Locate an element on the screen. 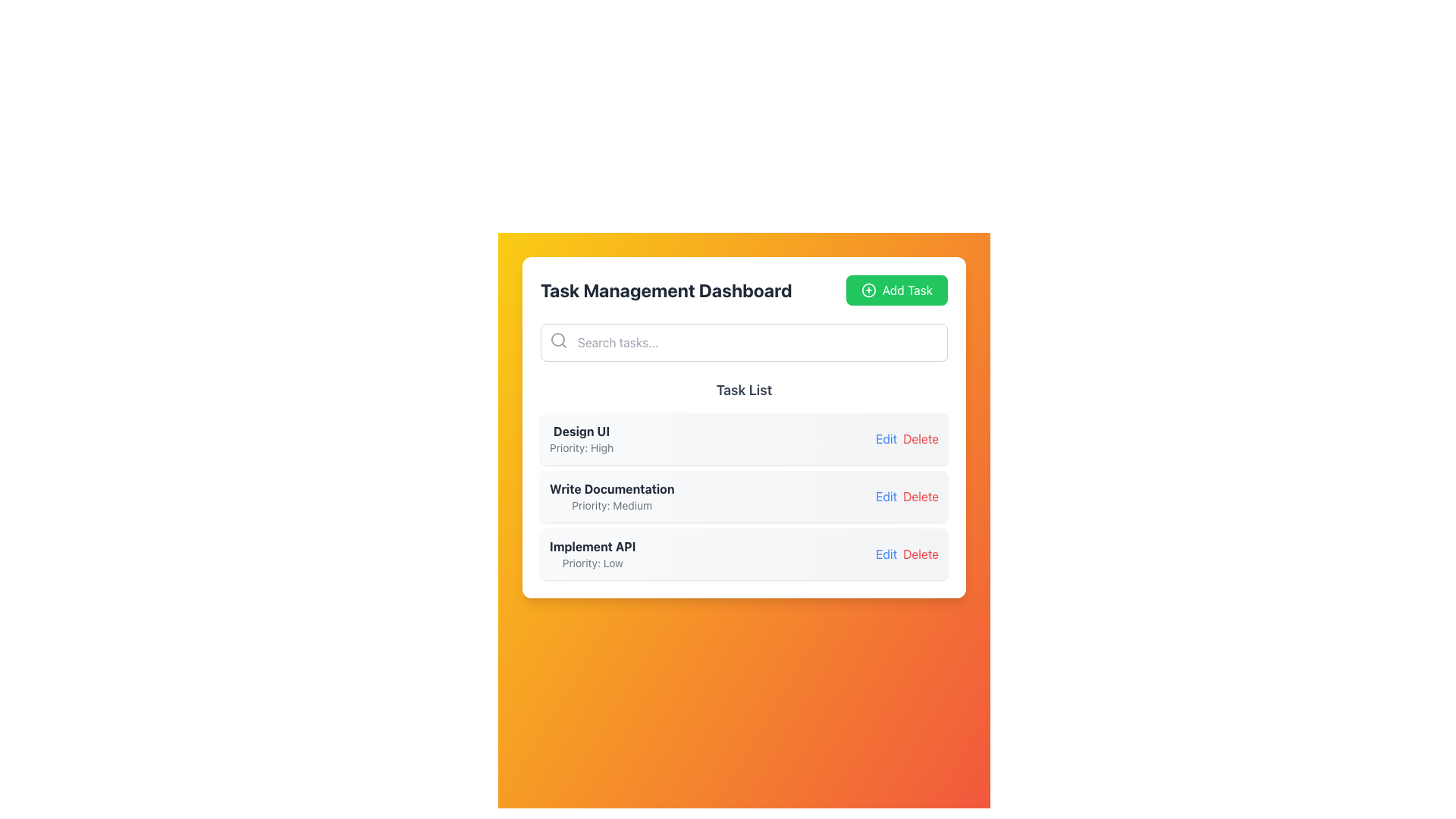 This screenshot has height=819, width=1456. the small text label that indicates the priority level 'Medium' below the task titled 'Write Documentation' in the task list interface is located at coordinates (612, 506).